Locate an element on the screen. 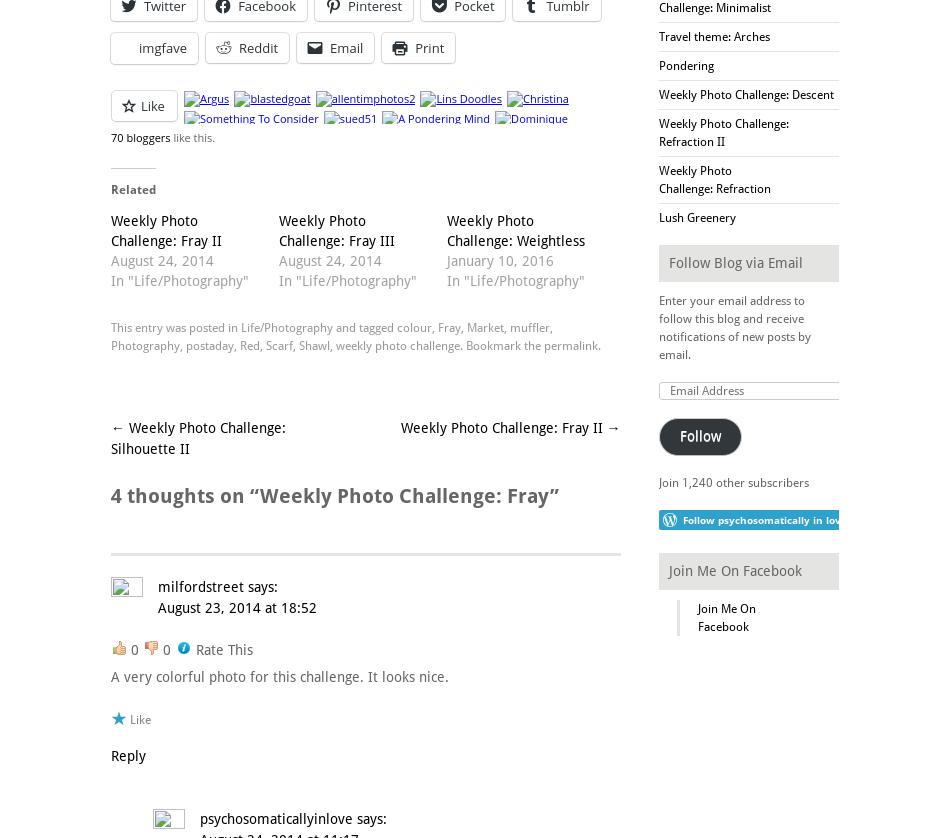 Image resolution: width=950 pixels, height=838 pixels. 'muffler' is located at coordinates (509, 325).